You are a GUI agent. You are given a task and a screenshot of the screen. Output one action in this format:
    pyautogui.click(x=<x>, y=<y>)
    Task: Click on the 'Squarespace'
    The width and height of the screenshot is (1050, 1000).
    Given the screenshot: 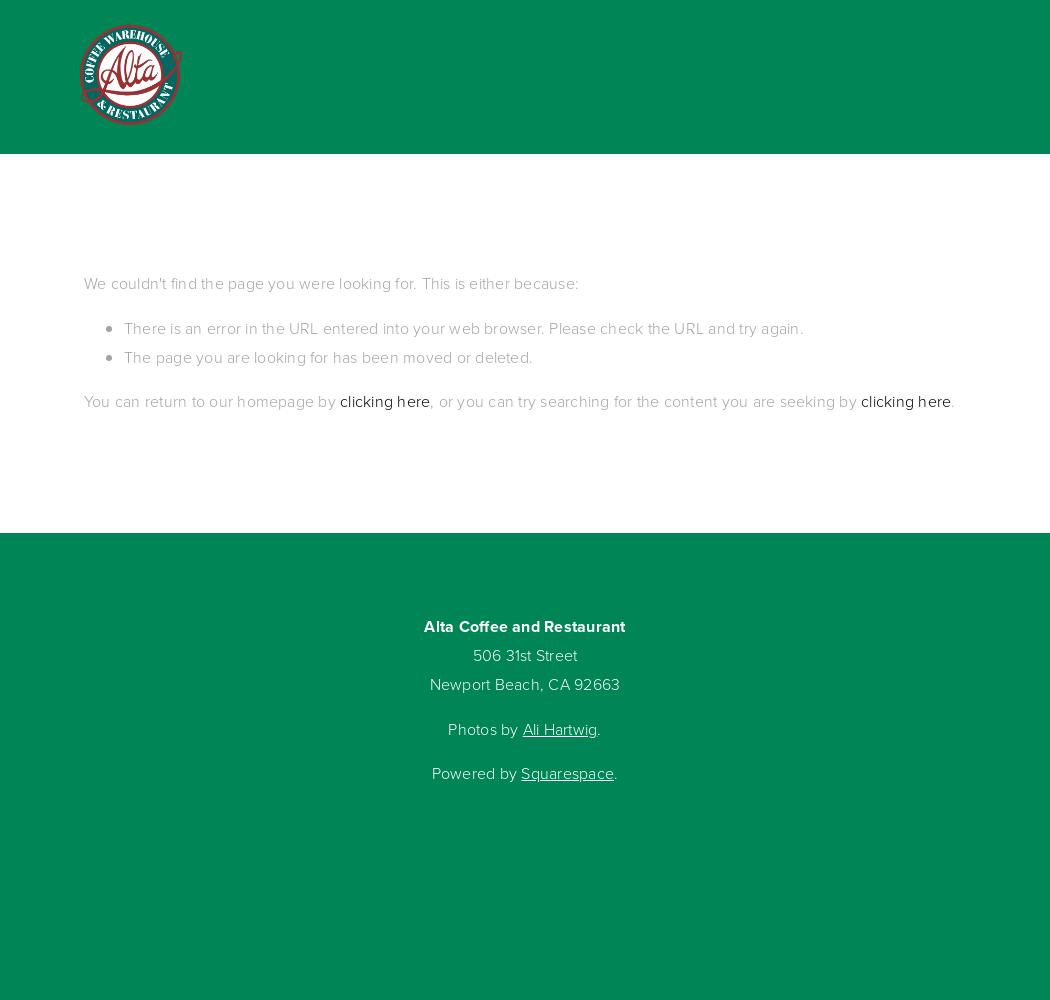 What is the action you would take?
    pyautogui.click(x=566, y=773)
    